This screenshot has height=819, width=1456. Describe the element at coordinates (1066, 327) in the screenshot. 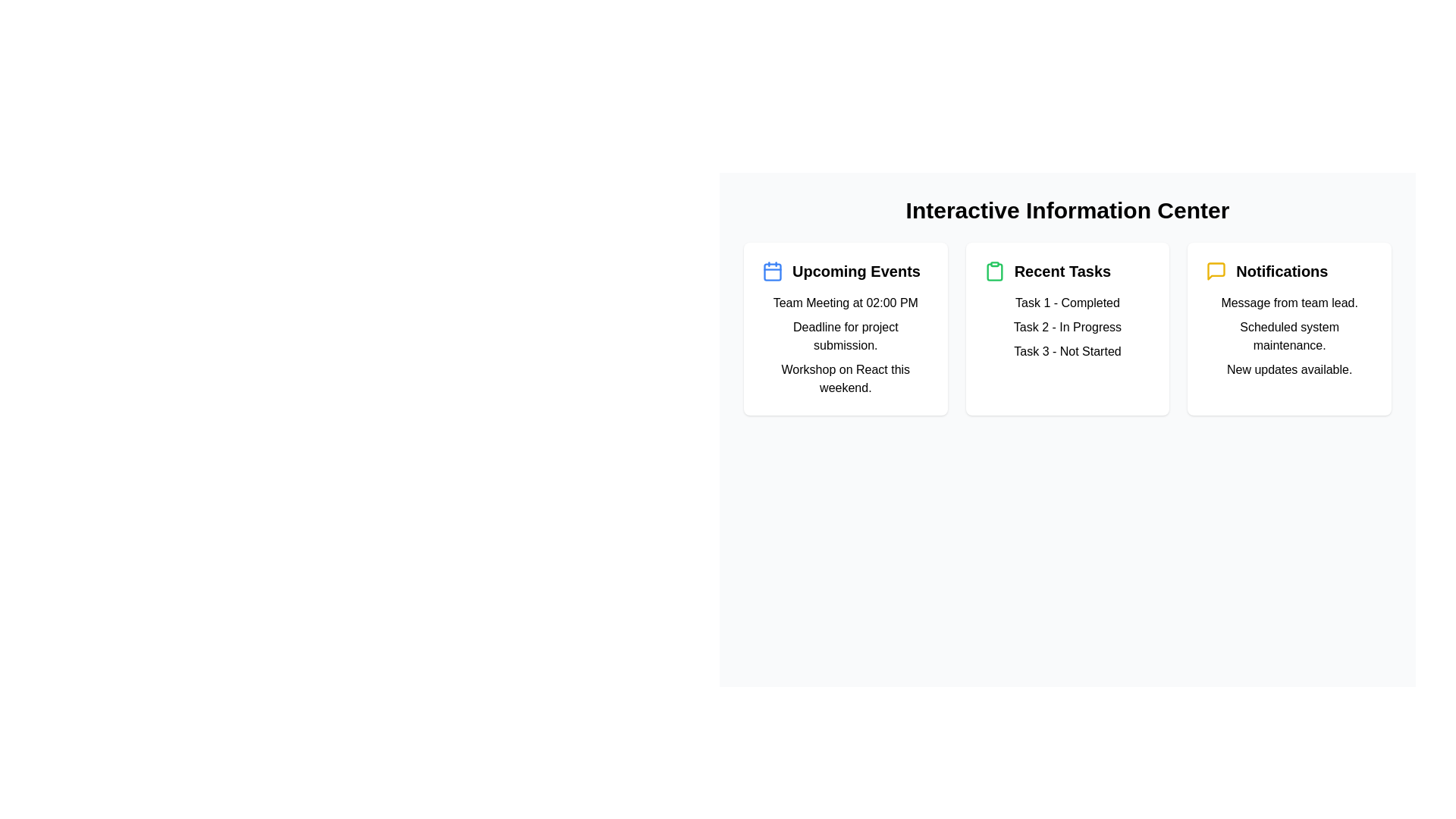

I see `the text label element displaying 'Task 2 - In Progress', which is located in the middle of a three-item list under the 'Recent Tasks' column` at that location.